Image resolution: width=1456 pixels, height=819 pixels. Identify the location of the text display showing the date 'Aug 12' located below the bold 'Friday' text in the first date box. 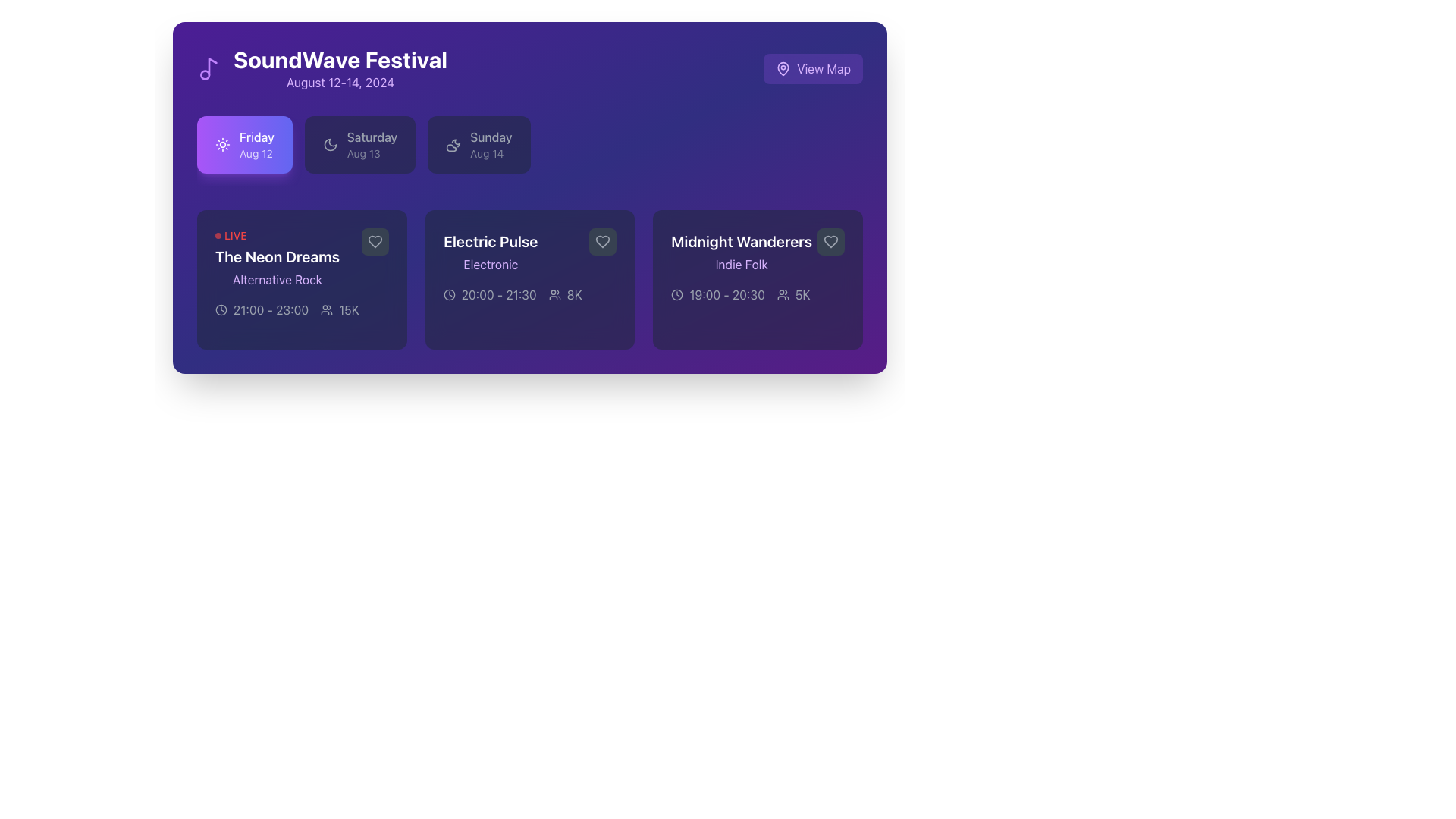
(256, 154).